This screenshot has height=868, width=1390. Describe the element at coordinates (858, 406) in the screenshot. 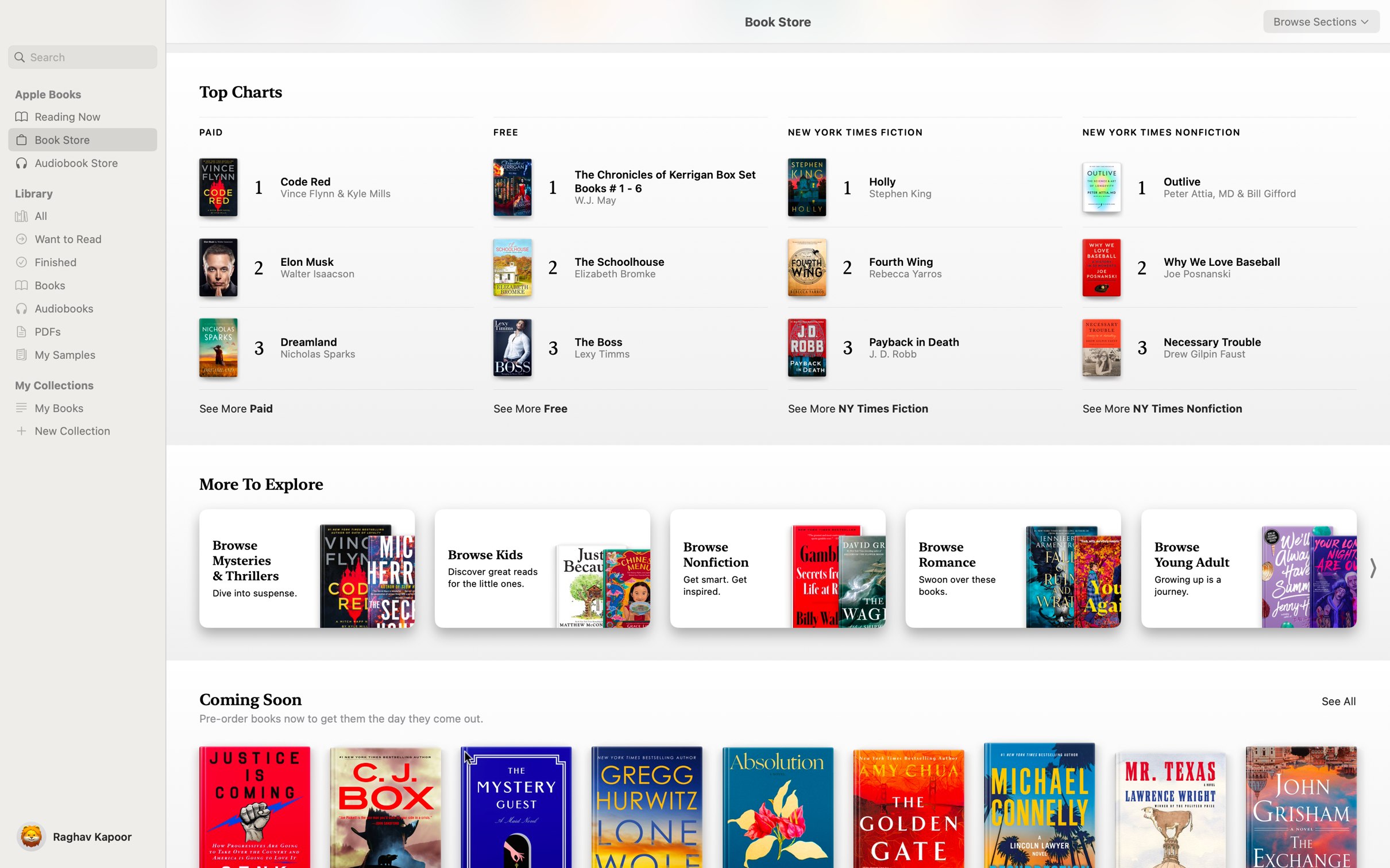

I see `Display the complete list of New York Times Fiction books` at that location.